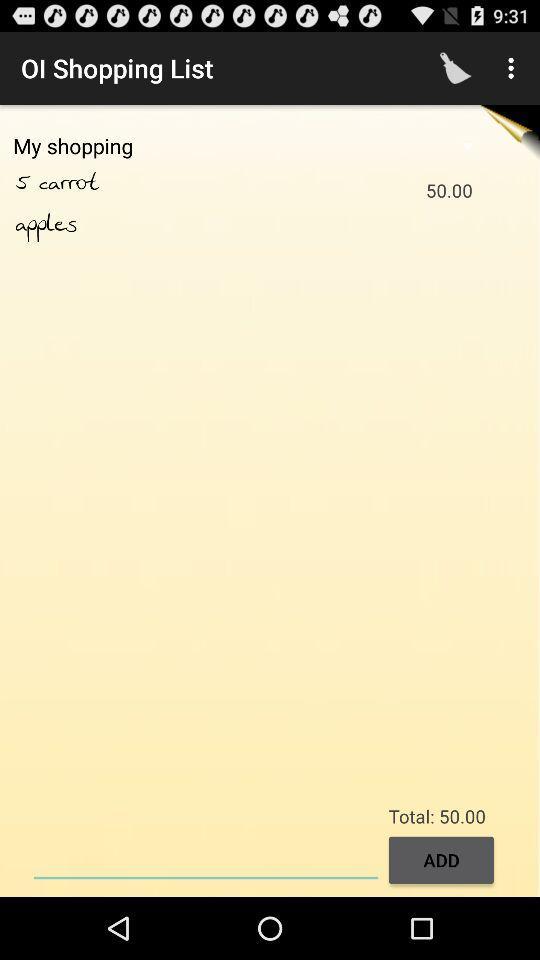 This screenshot has width=540, height=960. What do you see at coordinates (26, 183) in the screenshot?
I see `5  item` at bounding box center [26, 183].